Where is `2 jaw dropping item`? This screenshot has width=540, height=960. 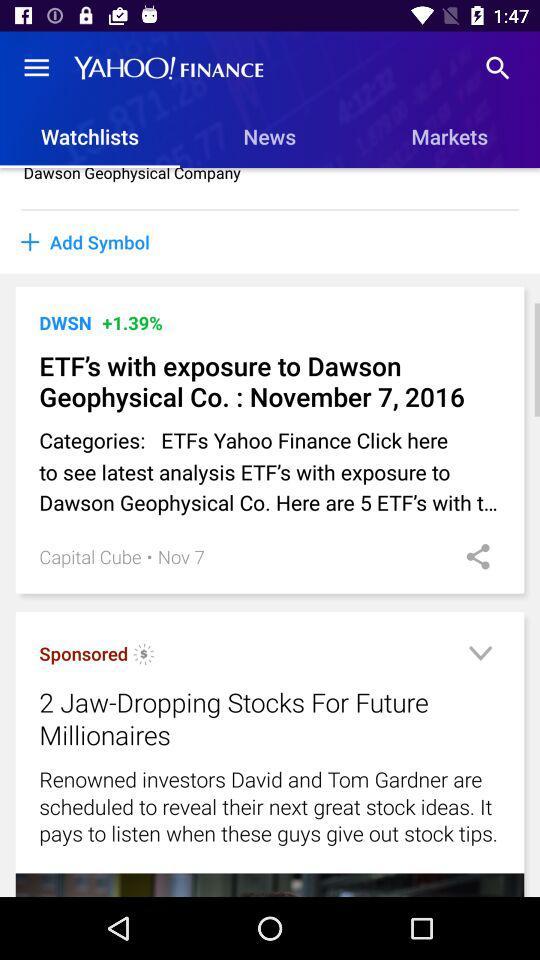 2 jaw dropping item is located at coordinates (245, 718).